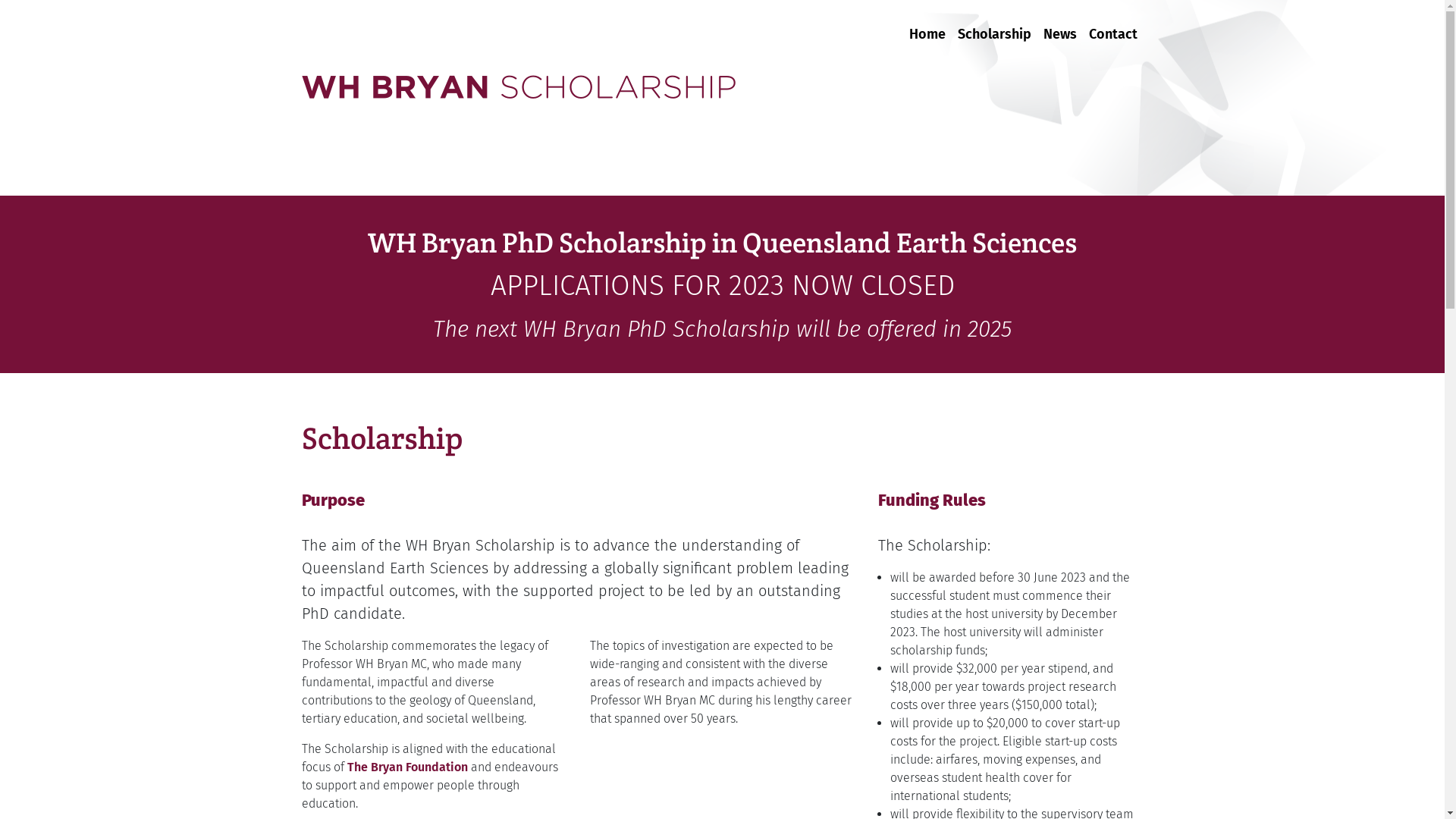  Describe the element at coordinates (407, 767) in the screenshot. I see `'The Bryan Foundation'` at that location.